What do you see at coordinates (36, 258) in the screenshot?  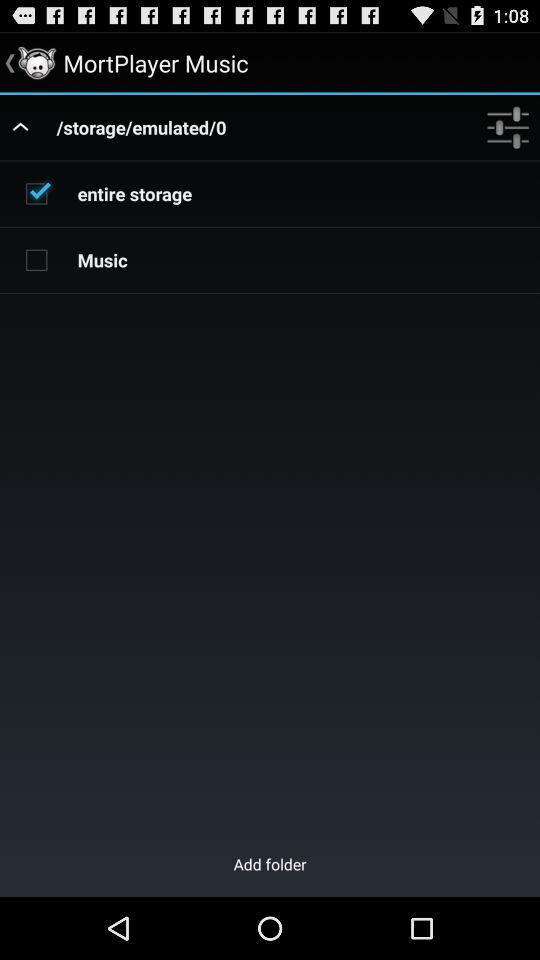 I see `check music` at bounding box center [36, 258].